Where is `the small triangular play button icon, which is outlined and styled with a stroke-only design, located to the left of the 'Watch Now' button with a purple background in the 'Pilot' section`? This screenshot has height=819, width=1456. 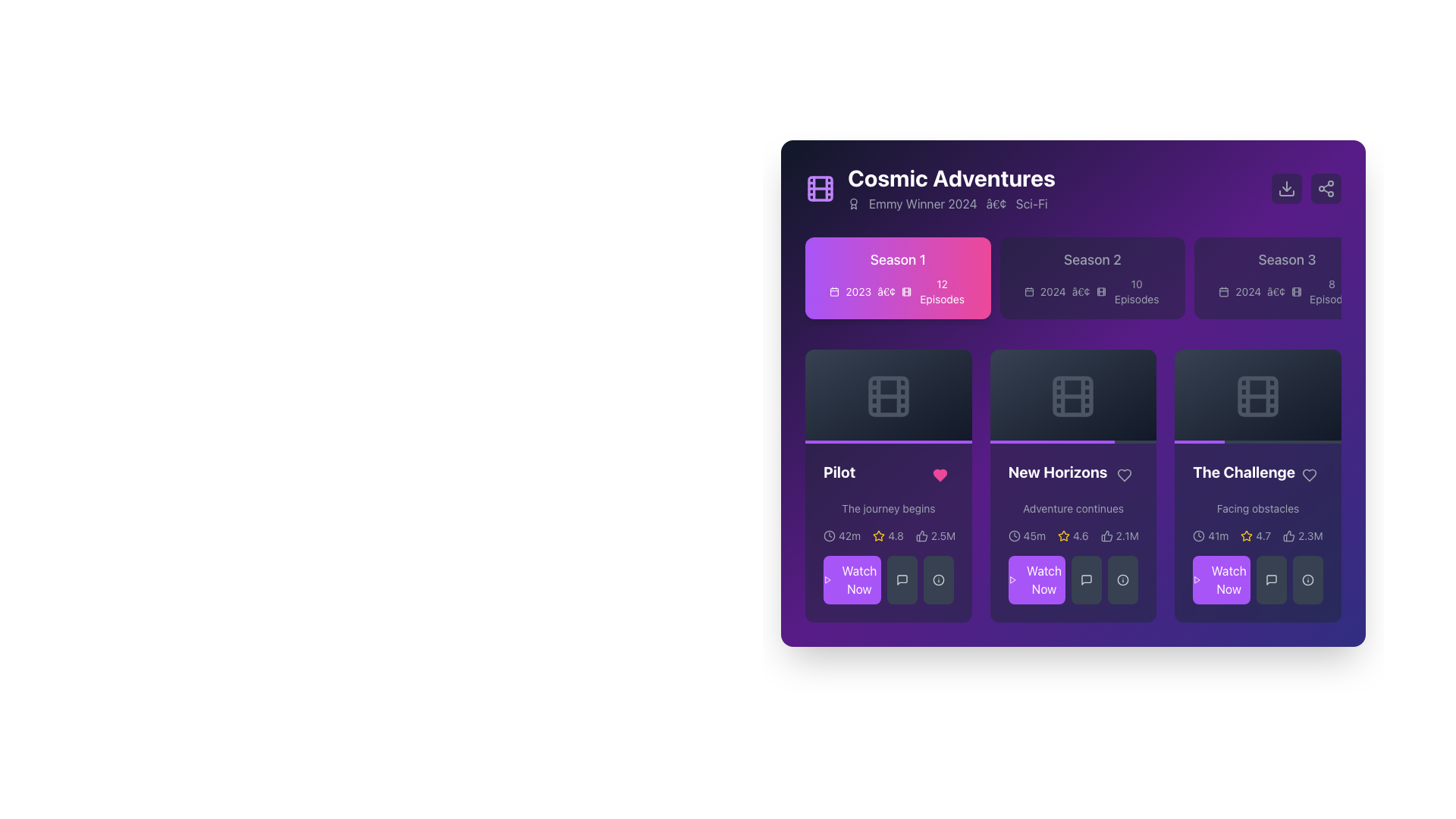 the small triangular play button icon, which is outlined and styled with a stroke-only design, located to the left of the 'Watch Now' button with a purple background in the 'Pilot' section is located at coordinates (1012, 579).